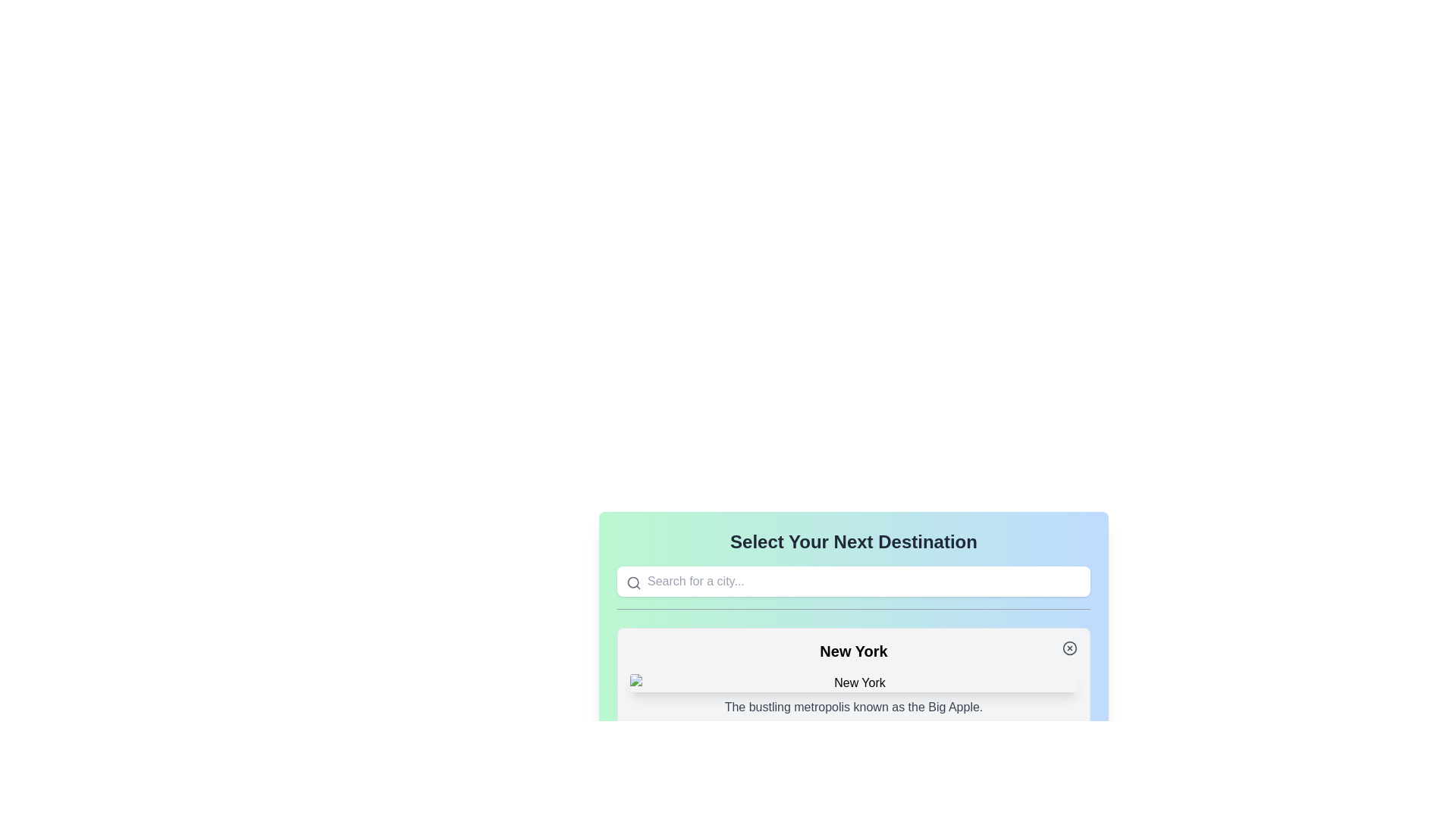 The height and width of the screenshot is (819, 1456). What do you see at coordinates (854, 683) in the screenshot?
I see `the image with alternative text 'New York', which is styled with rounded corners and shadow, to show options` at bounding box center [854, 683].